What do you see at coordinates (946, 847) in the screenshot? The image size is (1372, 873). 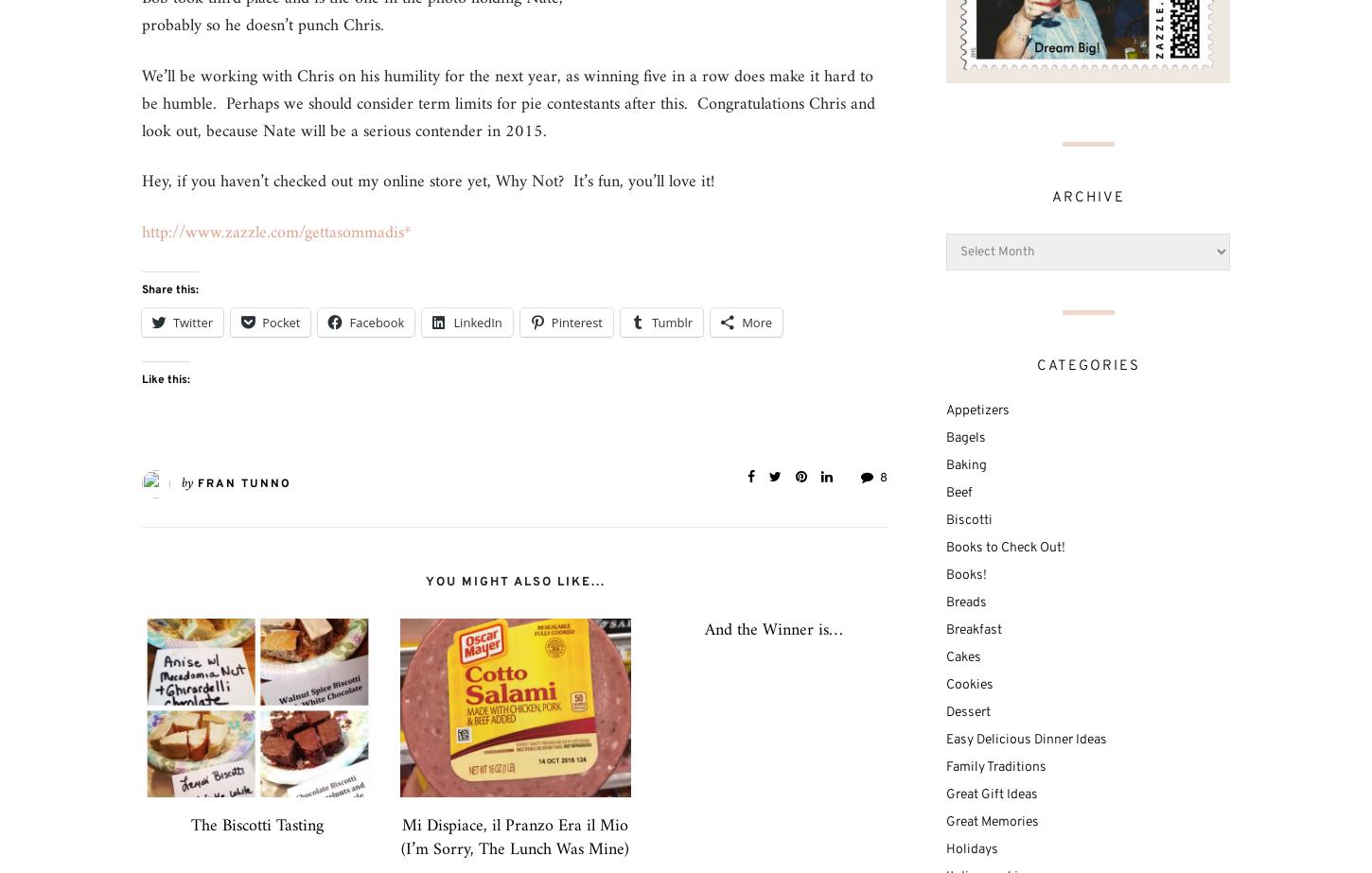 I see `'Holidays'` at bounding box center [946, 847].